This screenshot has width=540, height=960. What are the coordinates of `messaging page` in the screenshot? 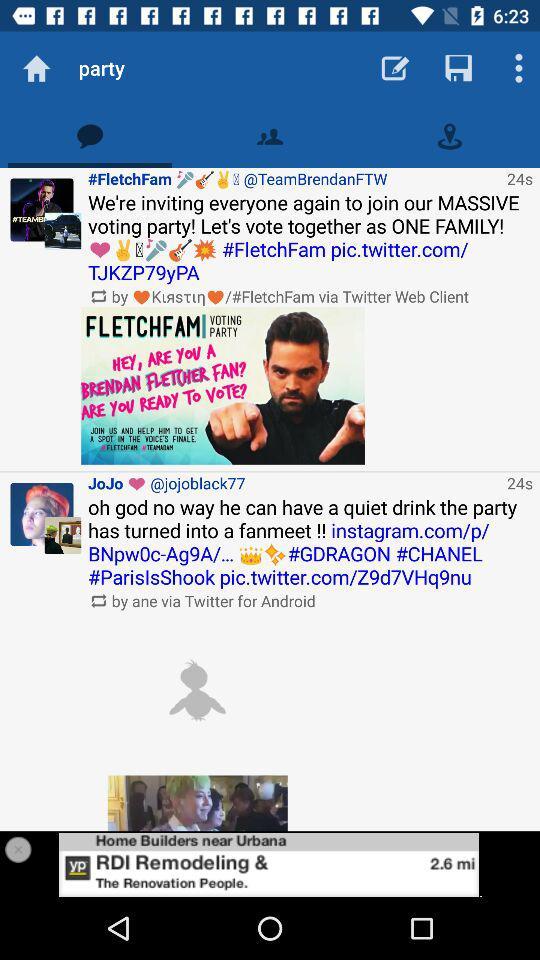 It's located at (89, 135).